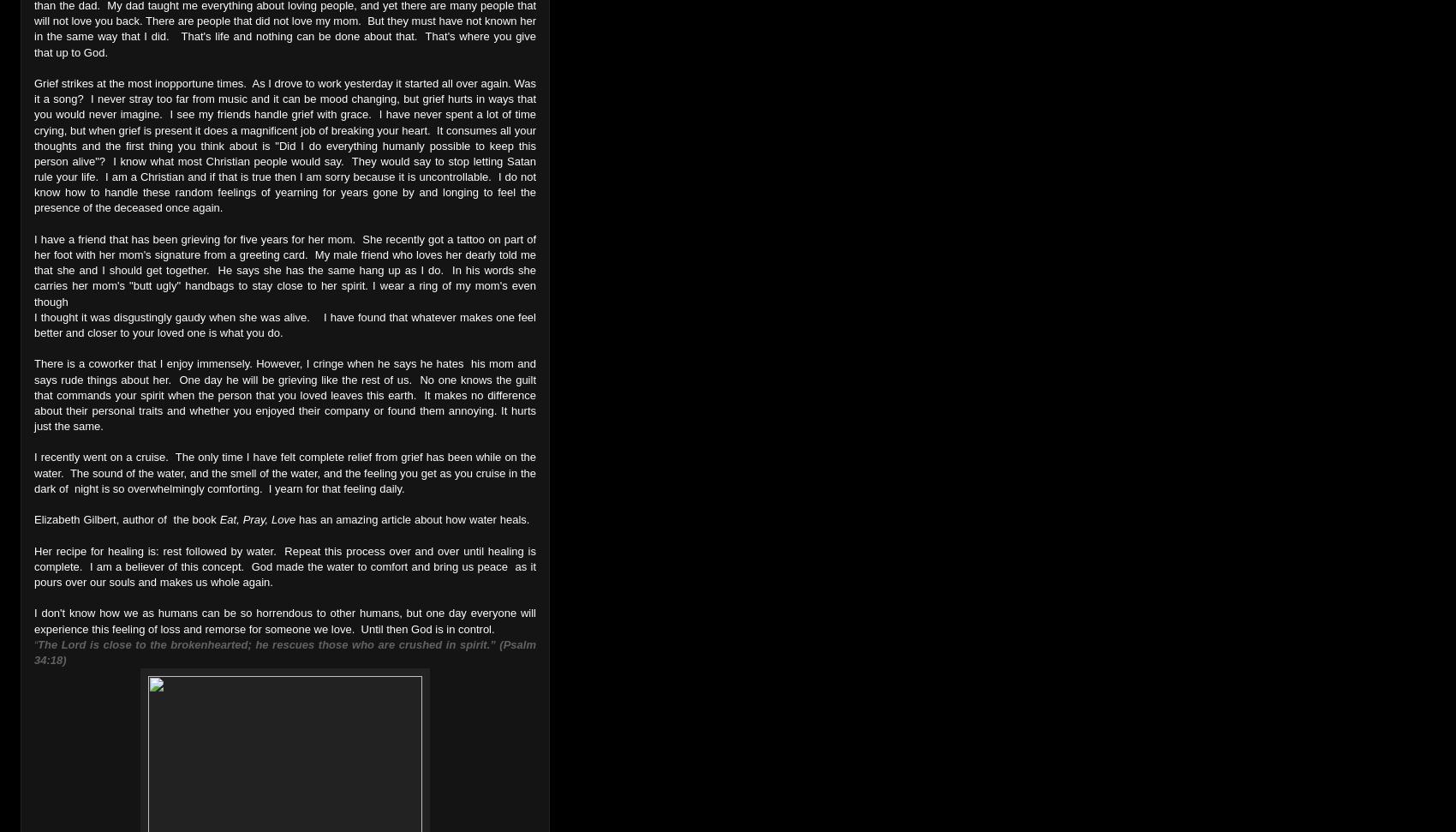 The width and height of the screenshot is (1456, 832). What do you see at coordinates (284, 395) in the screenshot?
I see `'There is a coworker that I enjoy immensely. However, I cringe when he says he hates  his mom and says rude things about her.  One day he will be grieving like the rest of us.  No one knows the guilt that commands your spirit when the person that you loved leaves this earth.  It makes no difference about their personal traits and whether you enjoyed their company or found them annoying. It hurts just the same.'` at bounding box center [284, 395].